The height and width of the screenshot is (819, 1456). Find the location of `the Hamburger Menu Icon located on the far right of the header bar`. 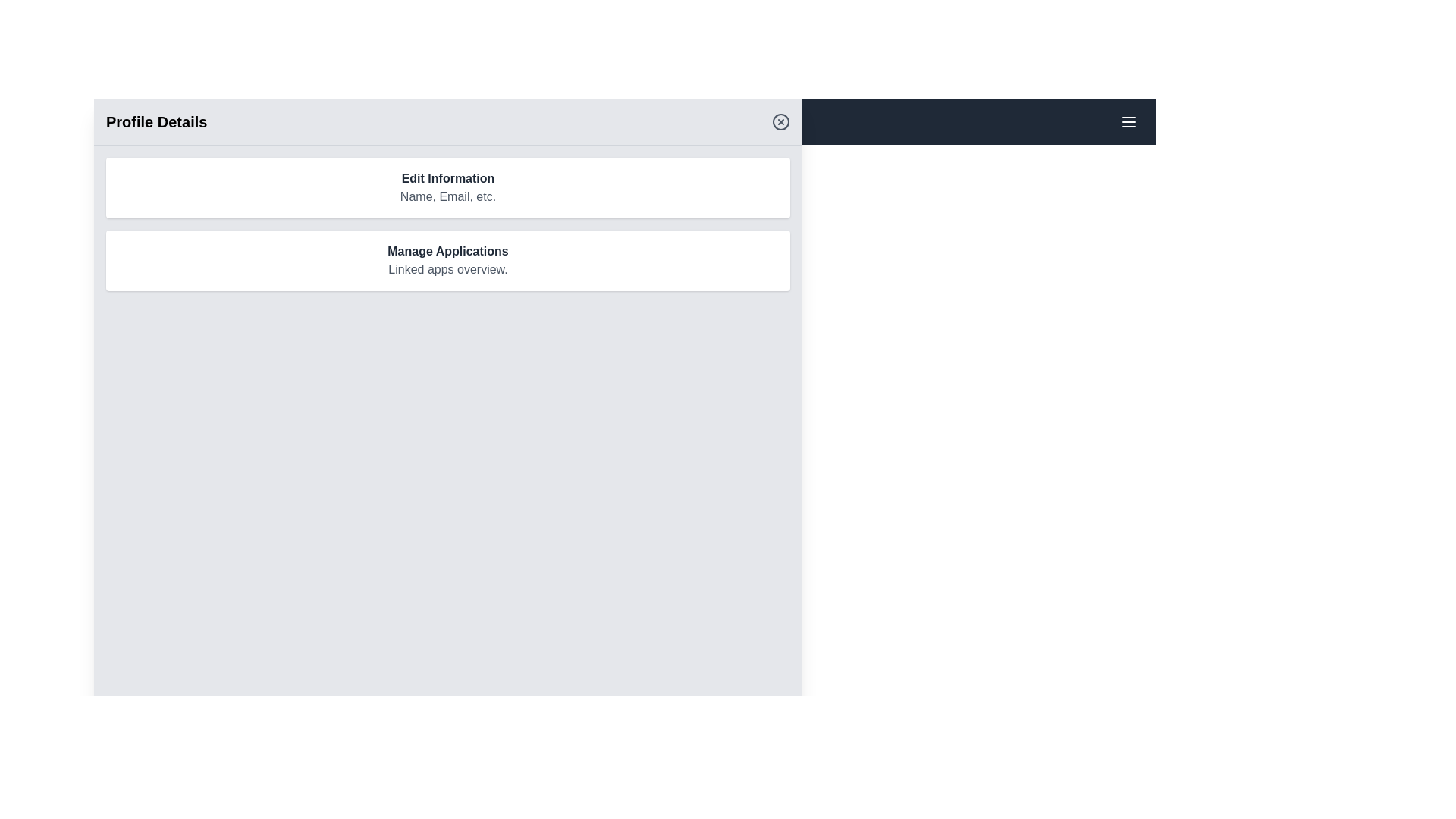

the Hamburger Menu Icon located on the far right of the header bar is located at coordinates (1128, 121).